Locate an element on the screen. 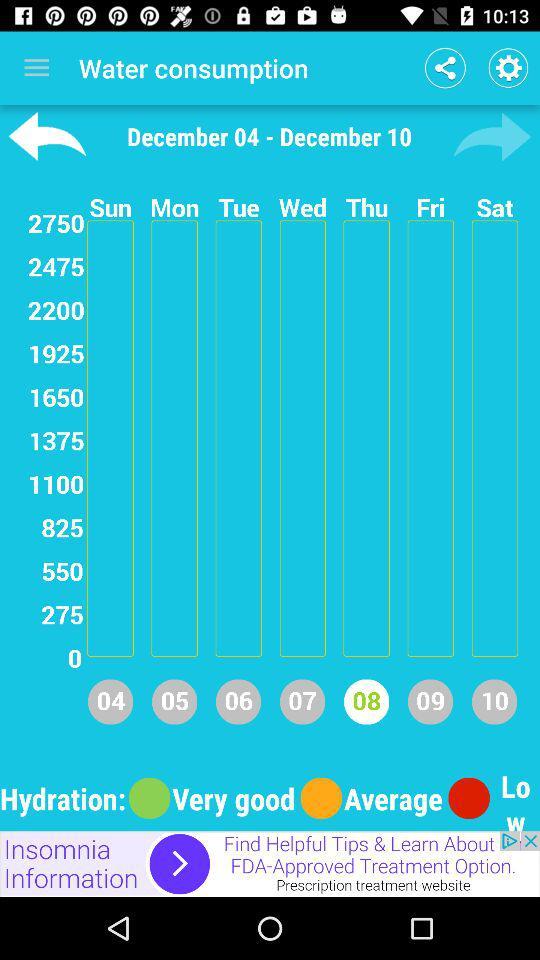  go forward is located at coordinates (491, 135).